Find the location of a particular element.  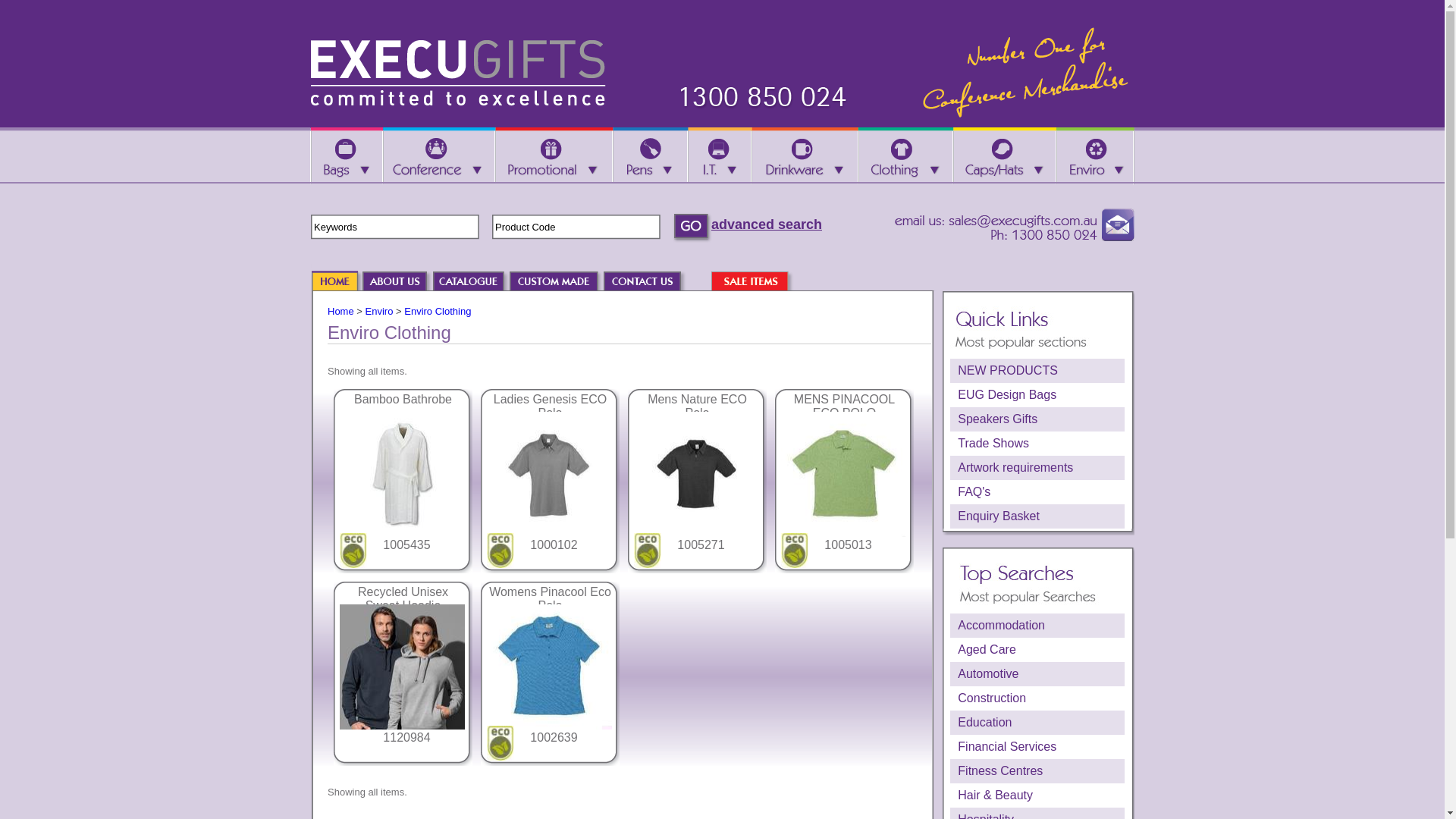

'Drinkware' is located at coordinates (803, 155).